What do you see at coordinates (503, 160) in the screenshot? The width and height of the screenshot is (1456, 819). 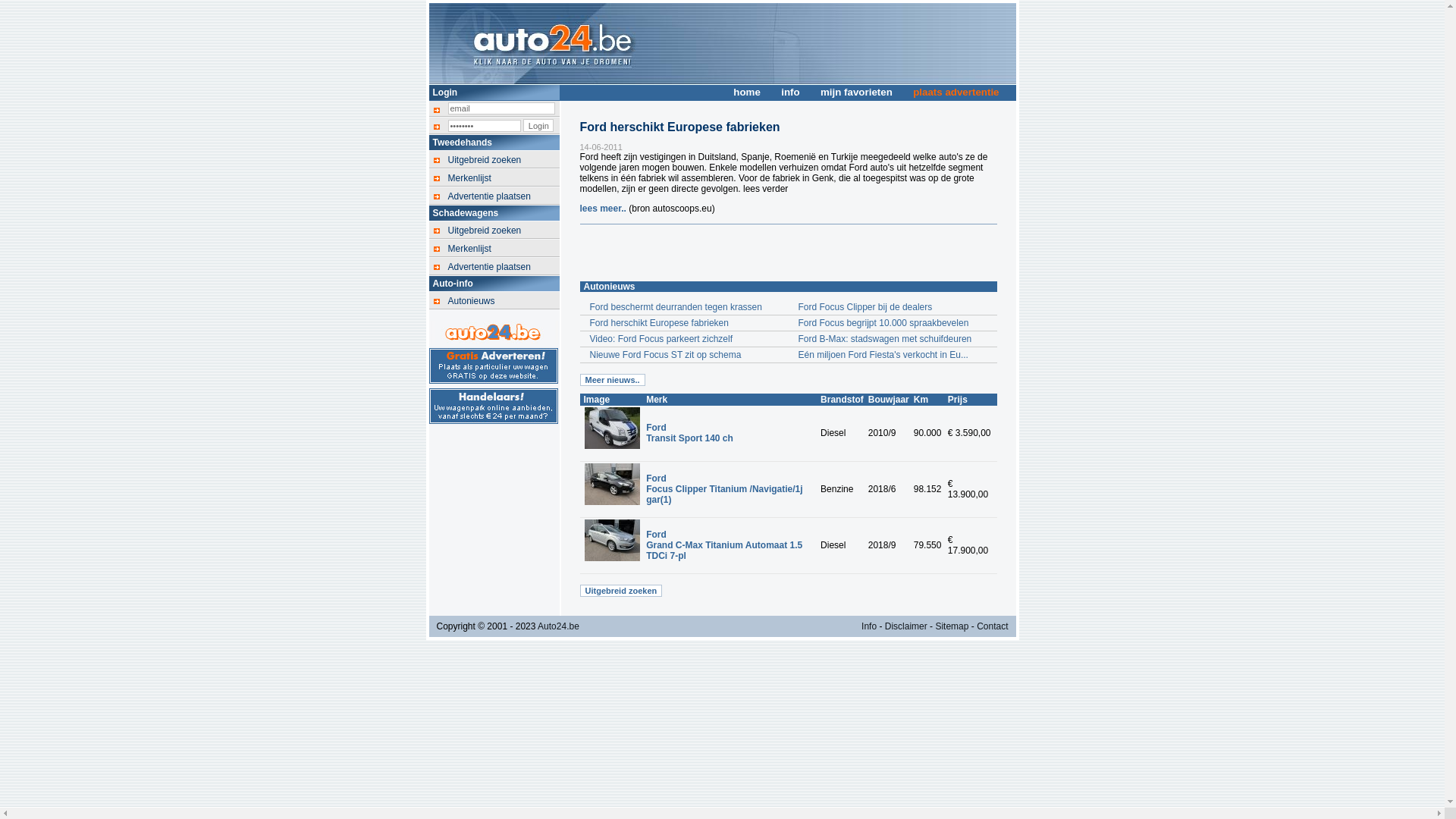 I see `'Uitgebreid zoeken'` at bounding box center [503, 160].